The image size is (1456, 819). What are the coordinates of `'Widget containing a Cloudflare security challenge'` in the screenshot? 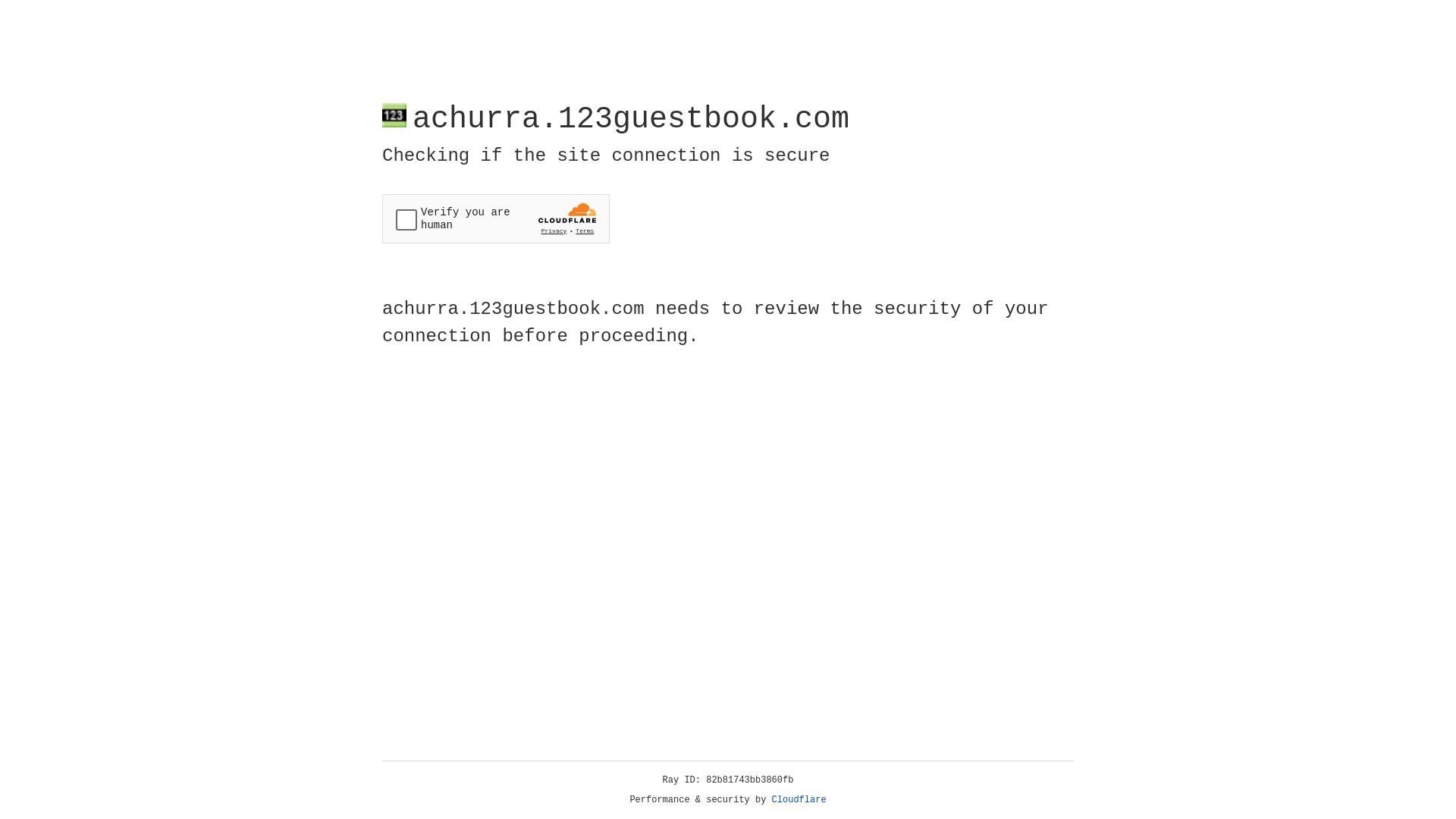 It's located at (495, 218).